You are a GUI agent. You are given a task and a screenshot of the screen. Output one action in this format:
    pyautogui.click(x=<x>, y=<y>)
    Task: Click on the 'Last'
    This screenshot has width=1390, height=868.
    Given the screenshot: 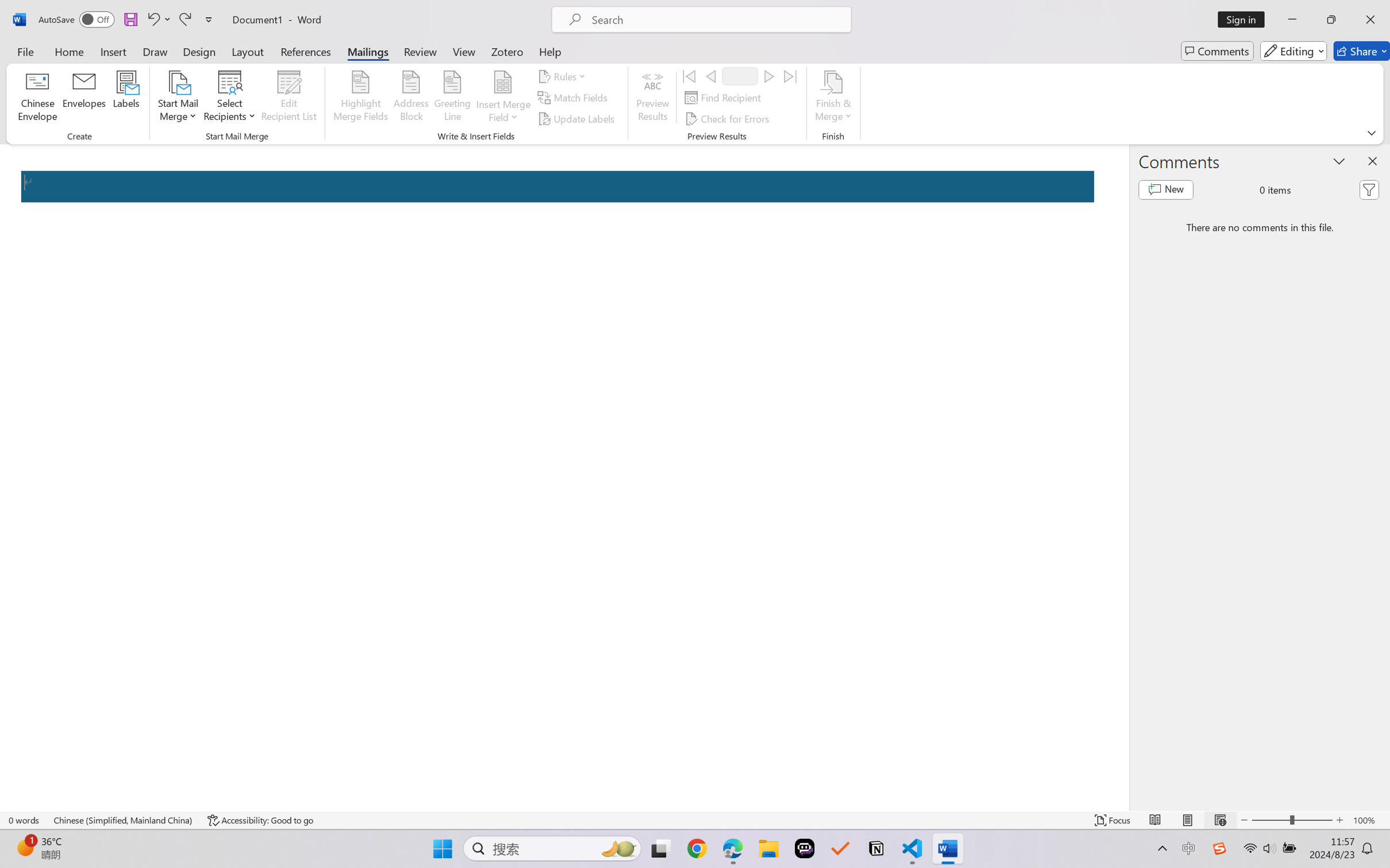 What is the action you would take?
    pyautogui.click(x=790, y=75)
    